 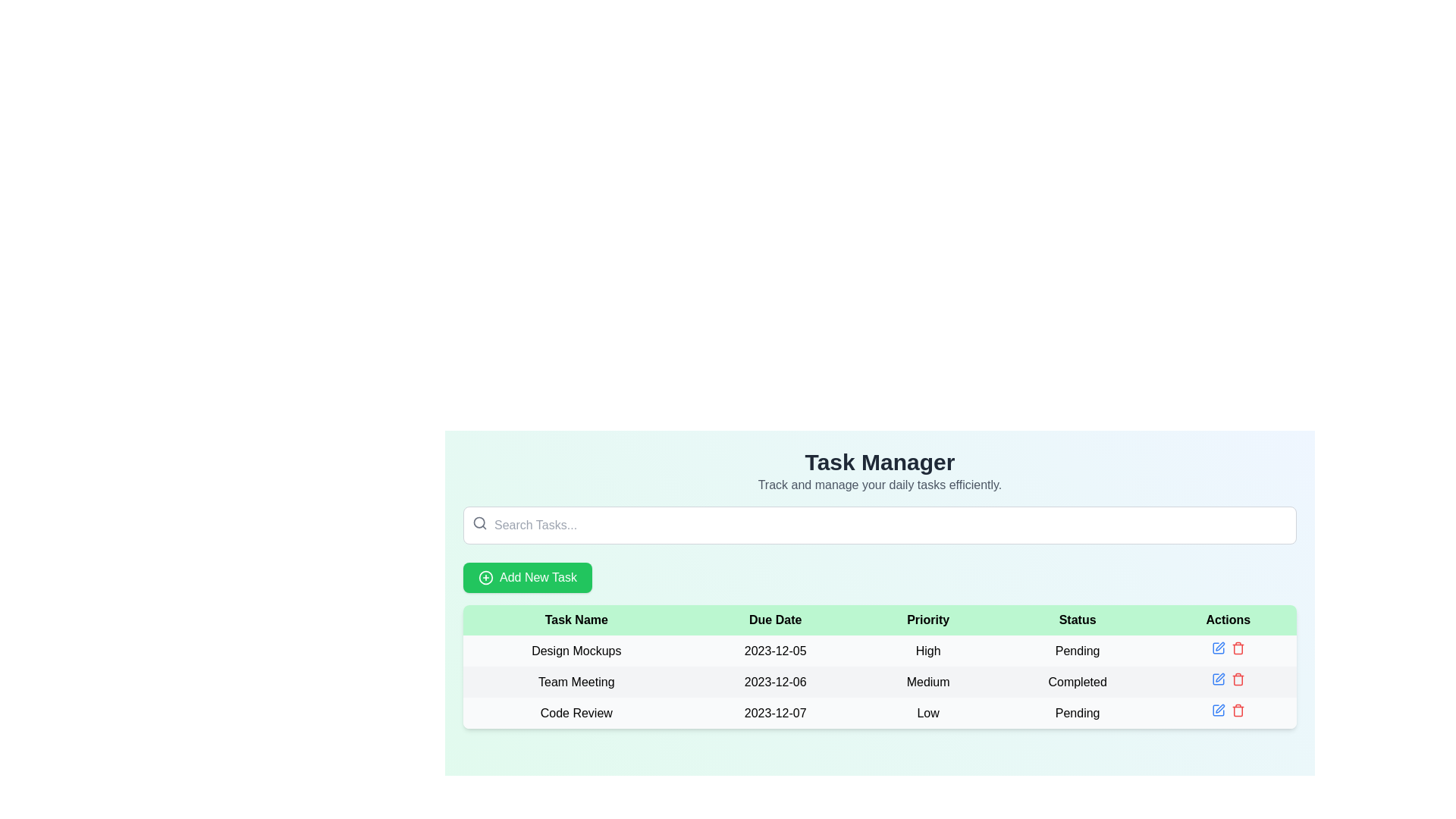 What do you see at coordinates (479, 522) in the screenshot?
I see `the circular graphic representing the lens part of the magnifying glass icon associated with the search input field` at bounding box center [479, 522].